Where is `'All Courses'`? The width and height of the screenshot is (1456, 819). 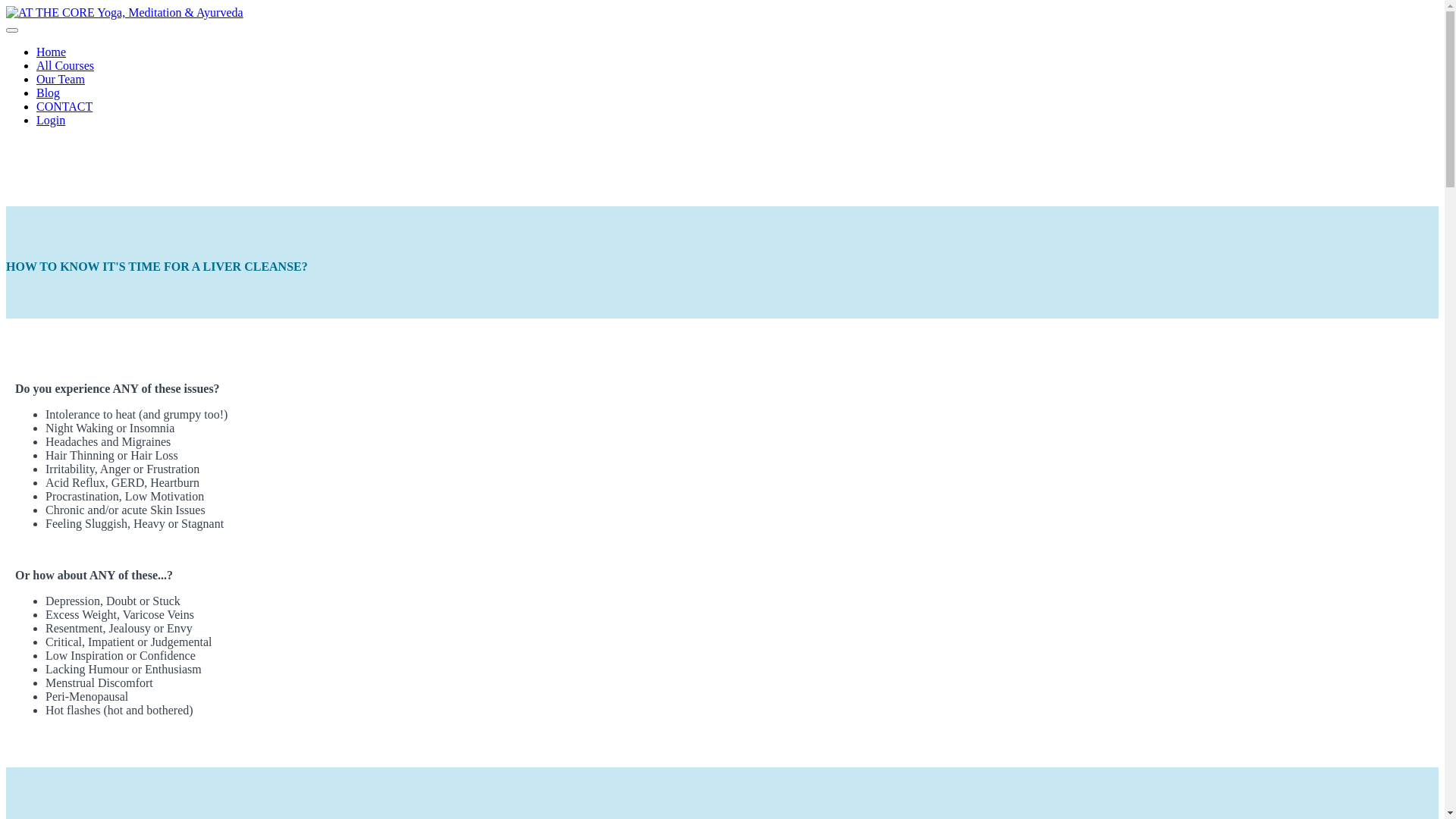 'All Courses' is located at coordinates (64, 64).